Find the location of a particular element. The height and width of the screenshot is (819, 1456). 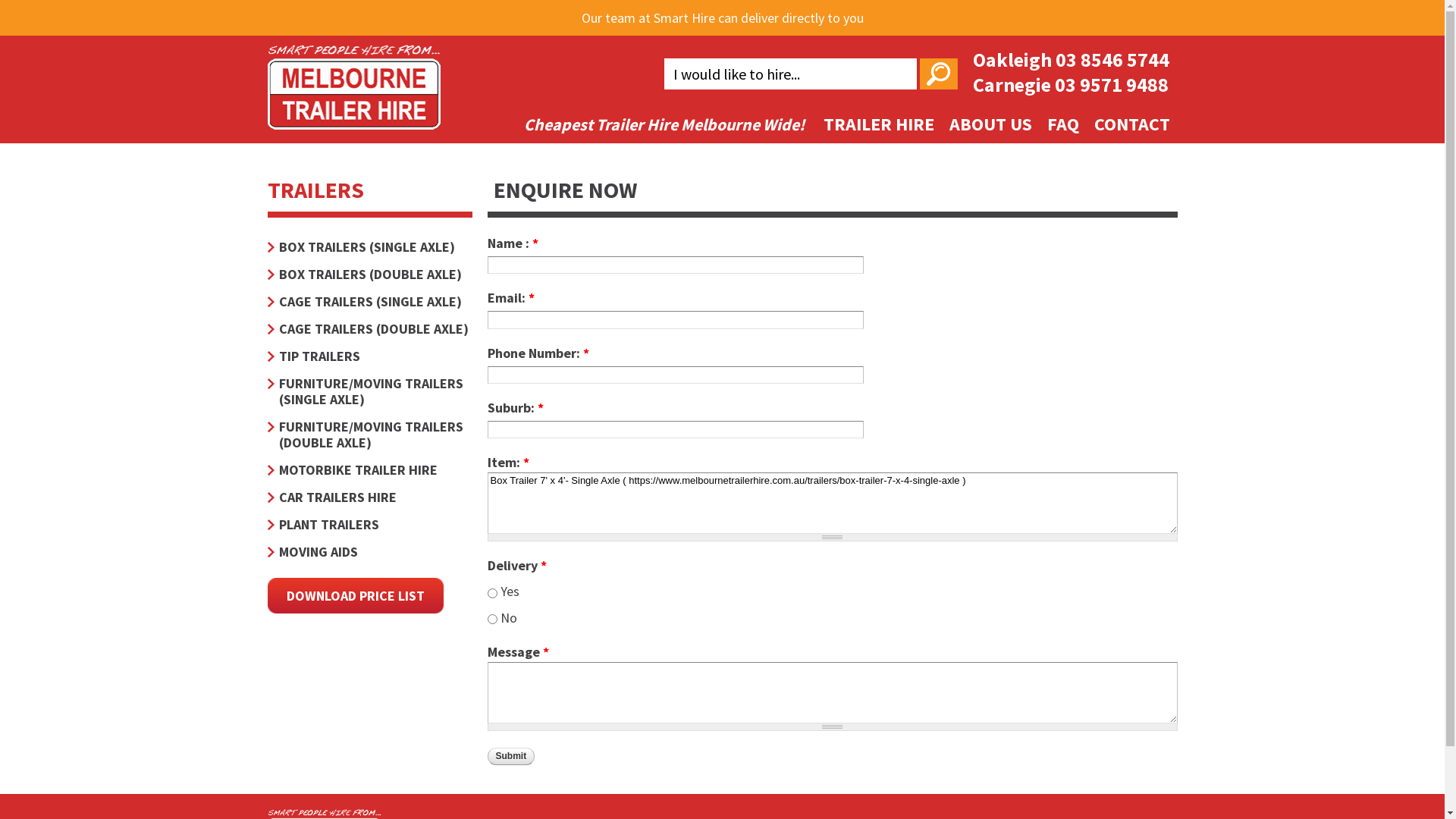

'Skip to main content' is located at coordinates (651, 2).